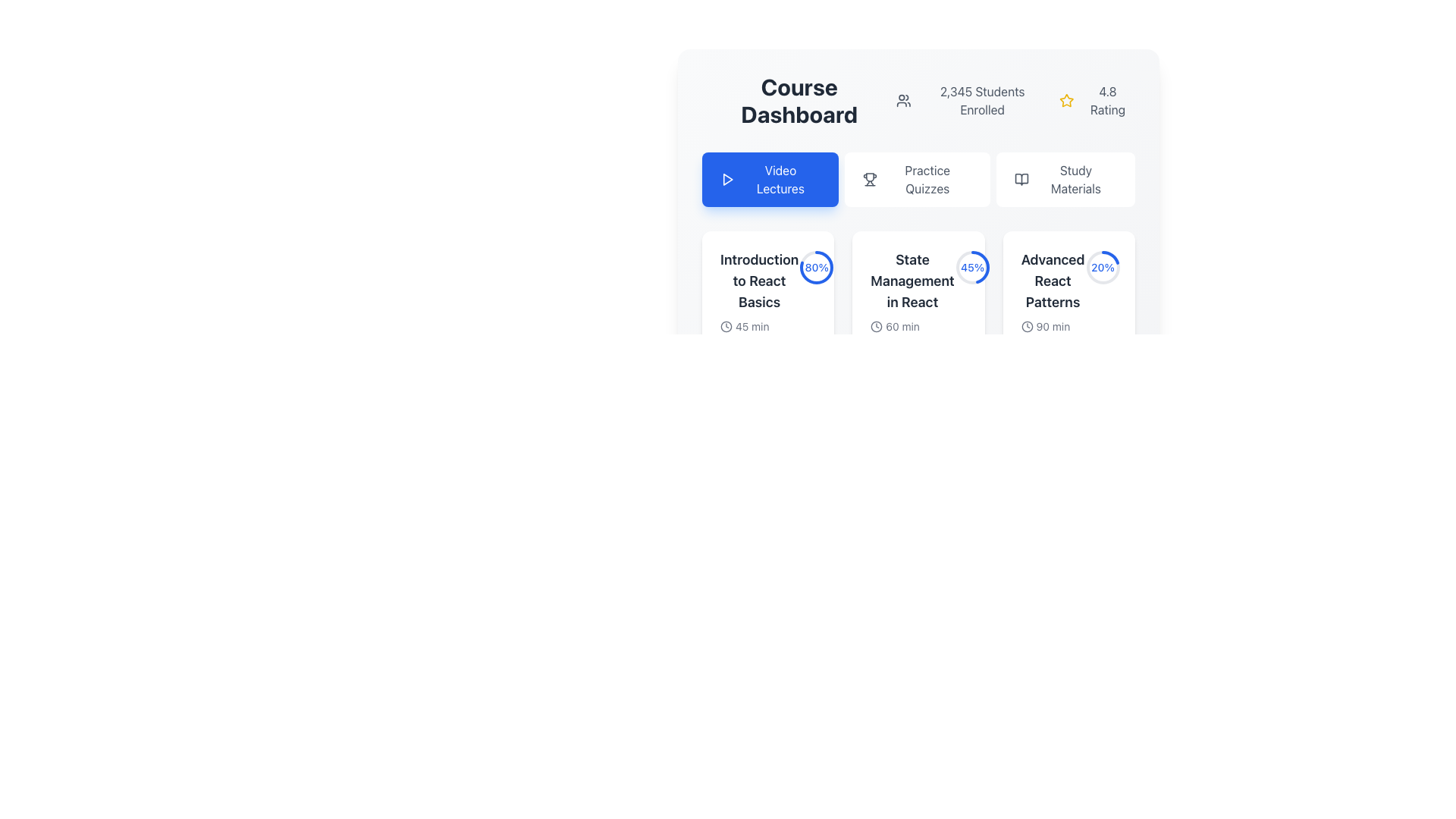 The image size is (1456, 819). What do you see at coordinates (1021, 178) in the screenshot?
I see `the study materials icon located in the top-right corner of the interface, adjacent to the 'open book' depiction` at bounding box center [1021, 178].